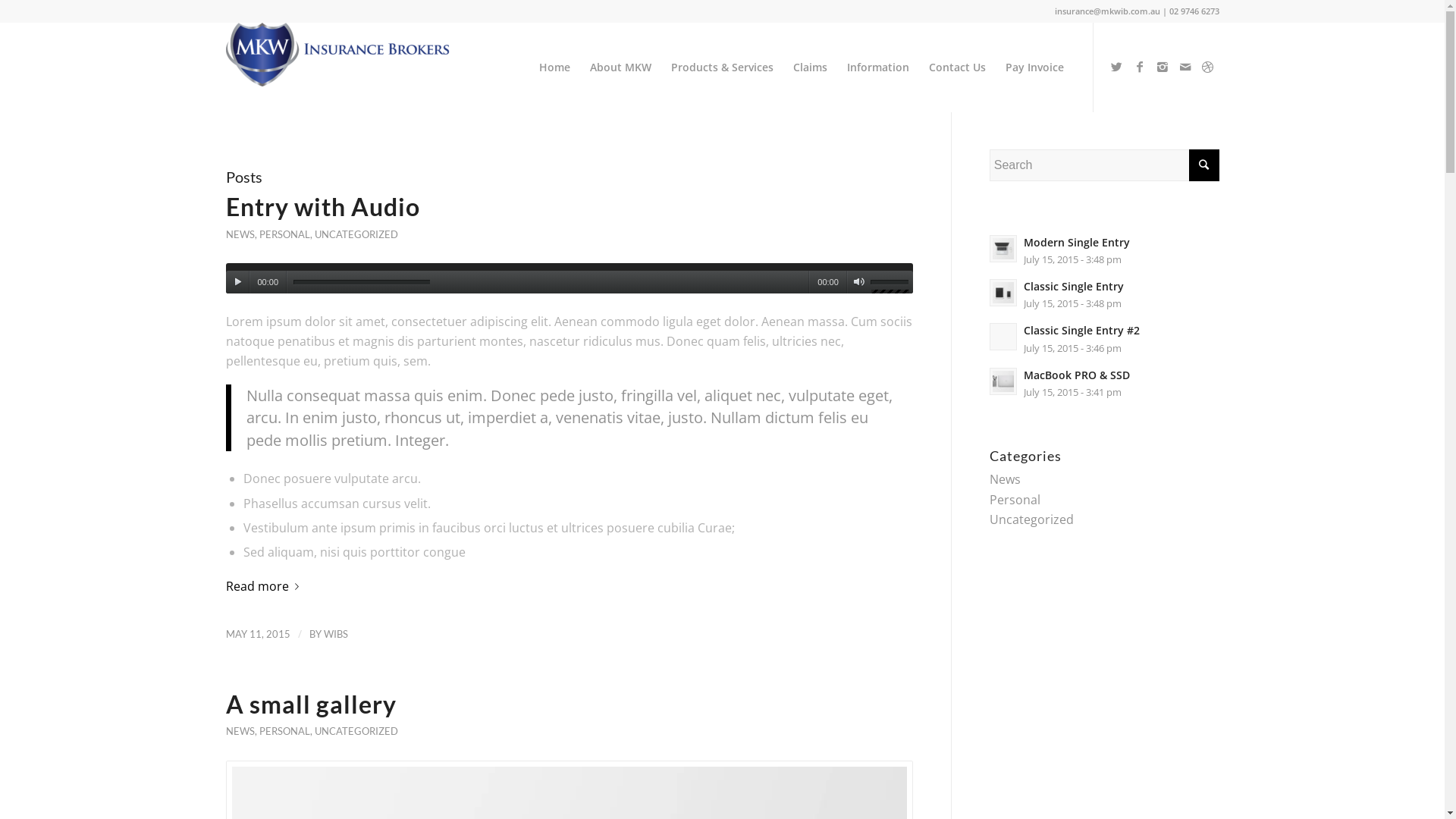 This screenshot has height=819, width=1456. I want to click on 'Dribbble', so click(1207, 66).